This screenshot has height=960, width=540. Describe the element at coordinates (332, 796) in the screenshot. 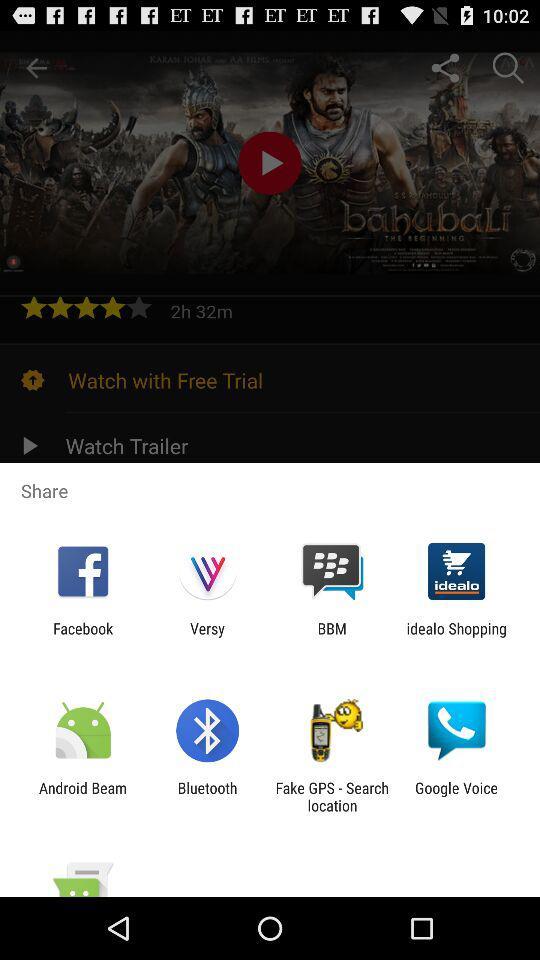

I see `the app to the left of the google voice app` at that location.